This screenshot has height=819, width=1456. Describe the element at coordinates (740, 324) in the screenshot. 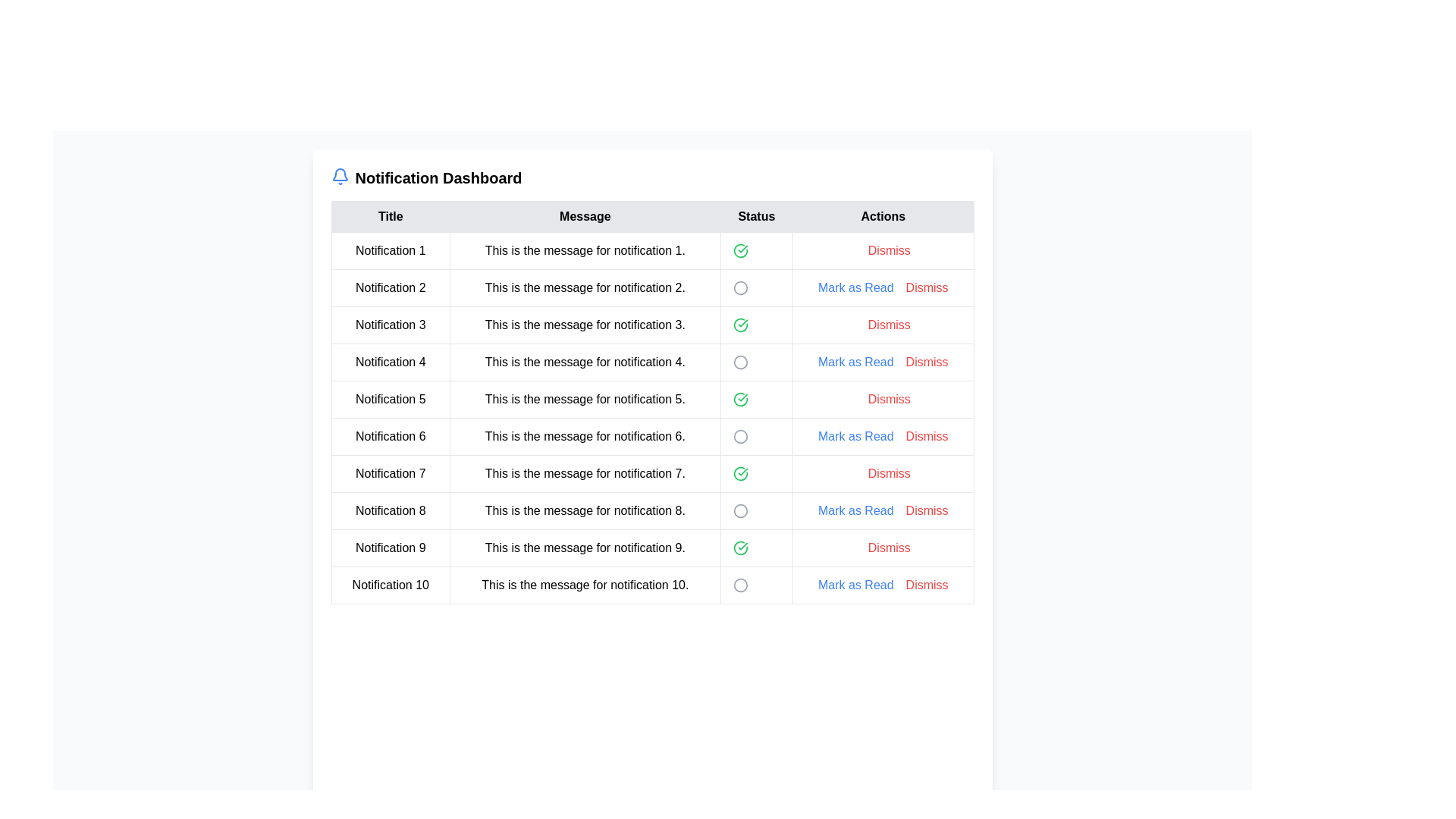

I see `the green circular checkmark icon in the 'Status' column for 'Notification 3' to indicate a positive or completed status` at that location.